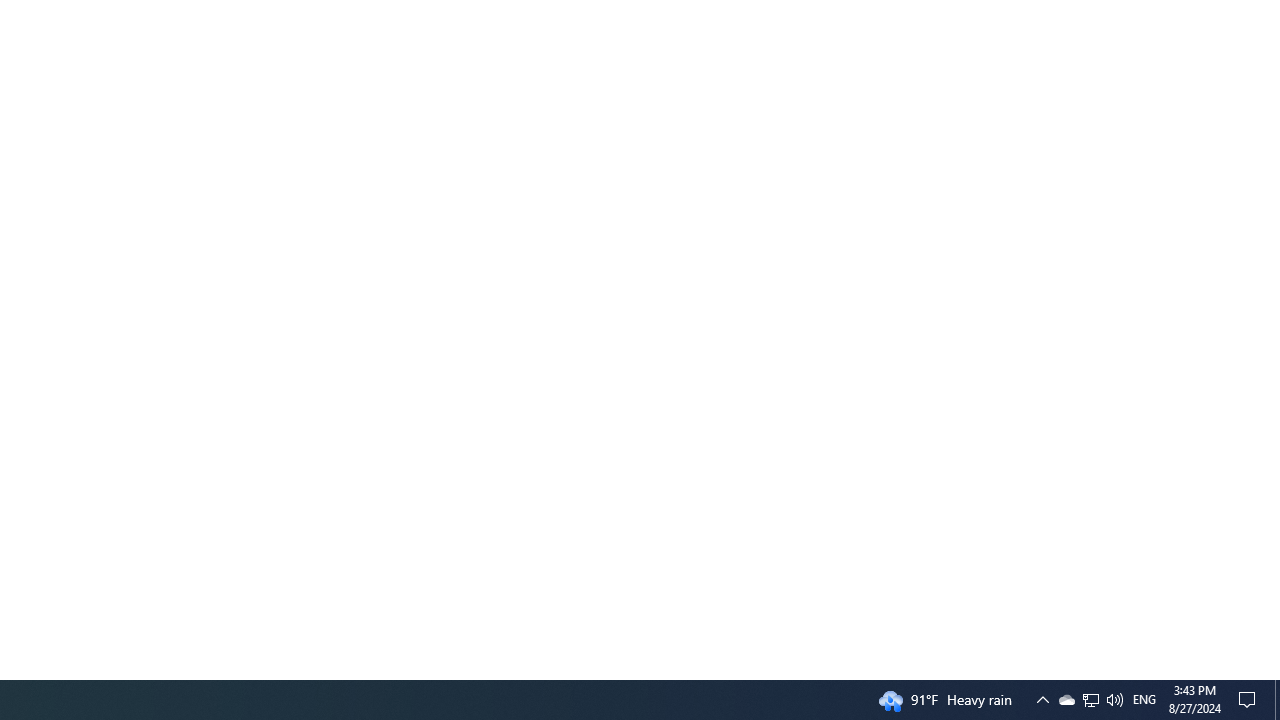 This screenshot has height=720, width=1280. I want to click on 'Notification Chevron', so click(1041, 698).